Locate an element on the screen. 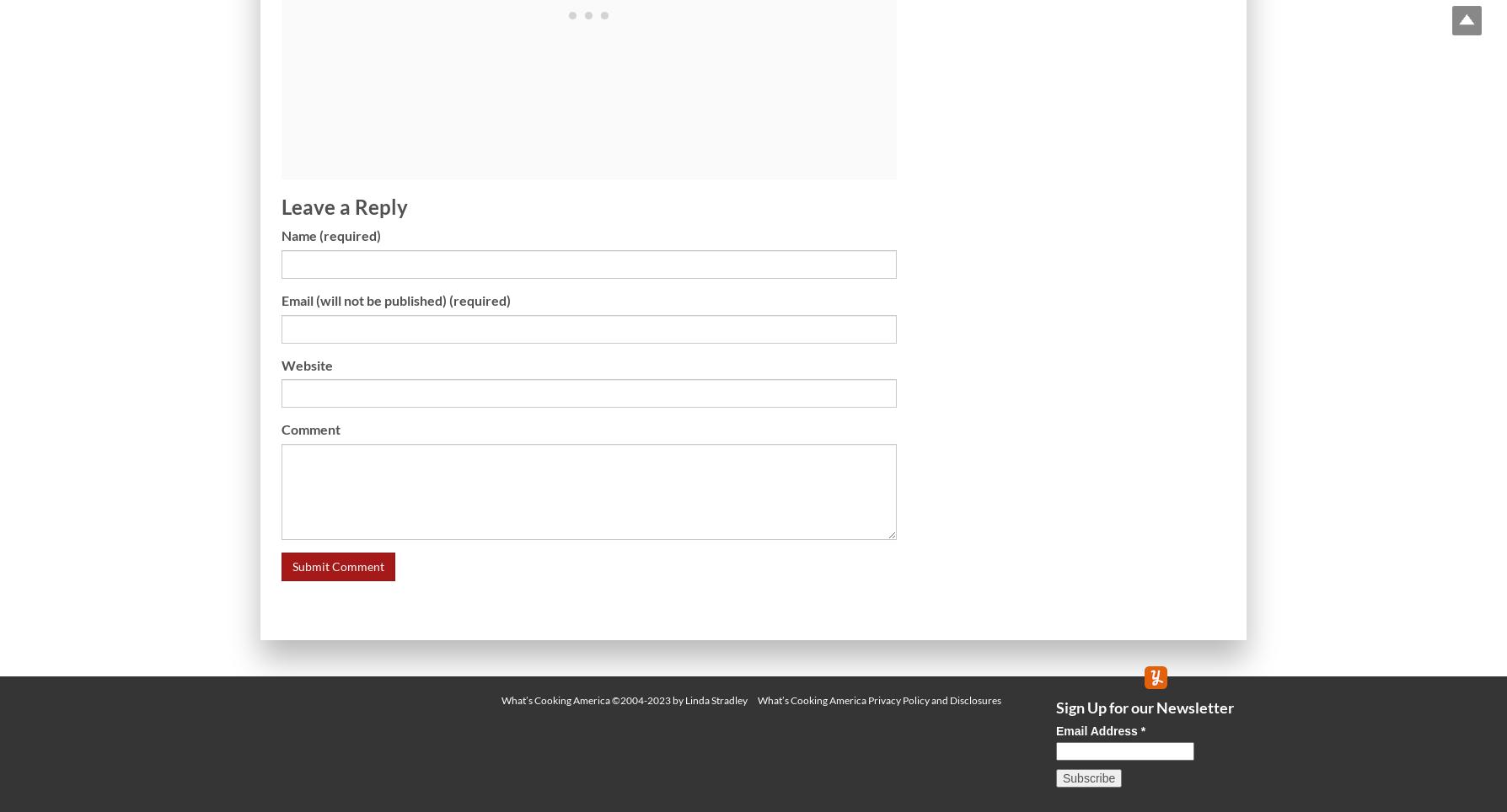 This screenshot has width=1507, height=812. 'Website' is located at coordinates (306, 363).